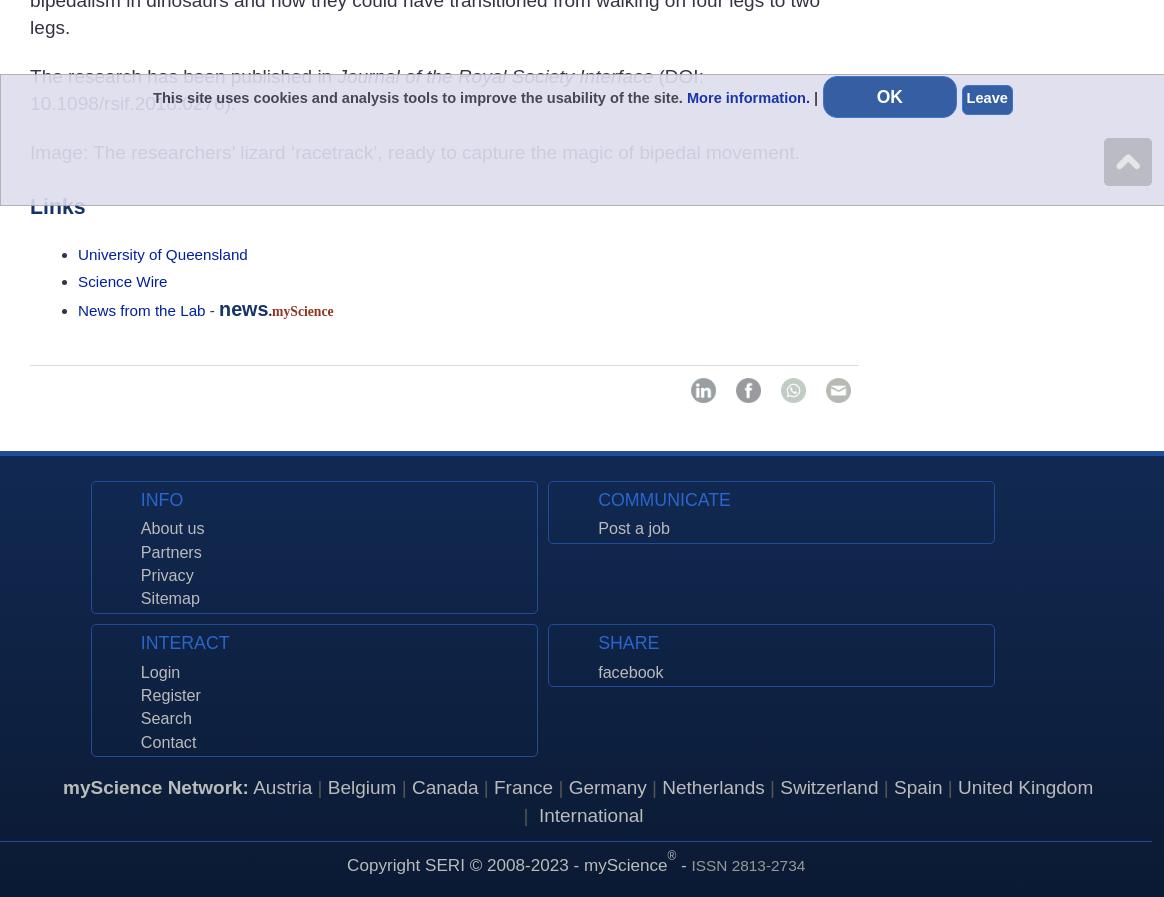  Describe the element at coordinates (165, 574) in the screenshot. I see `'Privacy'` at that location.